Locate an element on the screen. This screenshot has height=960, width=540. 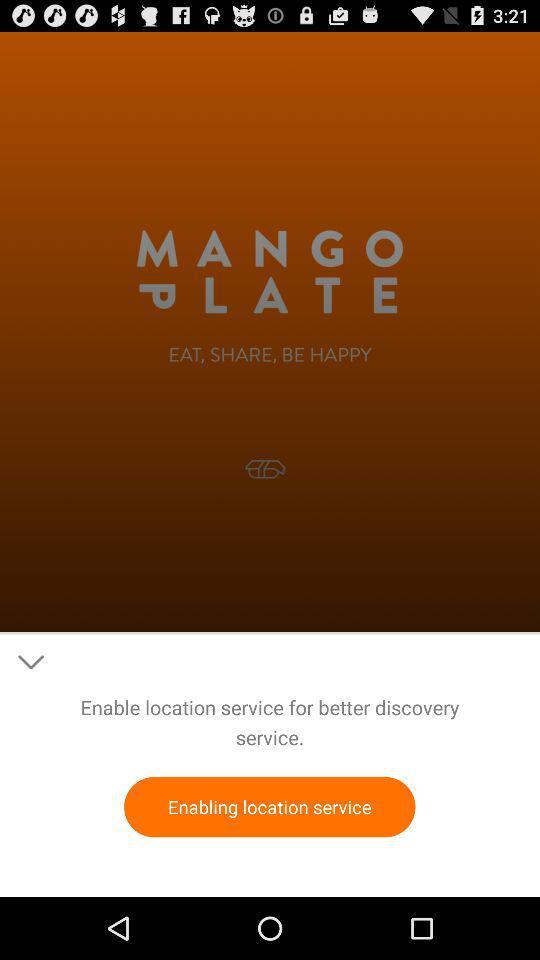
icon at the bottom left corner is located at coordinates (30, 662).